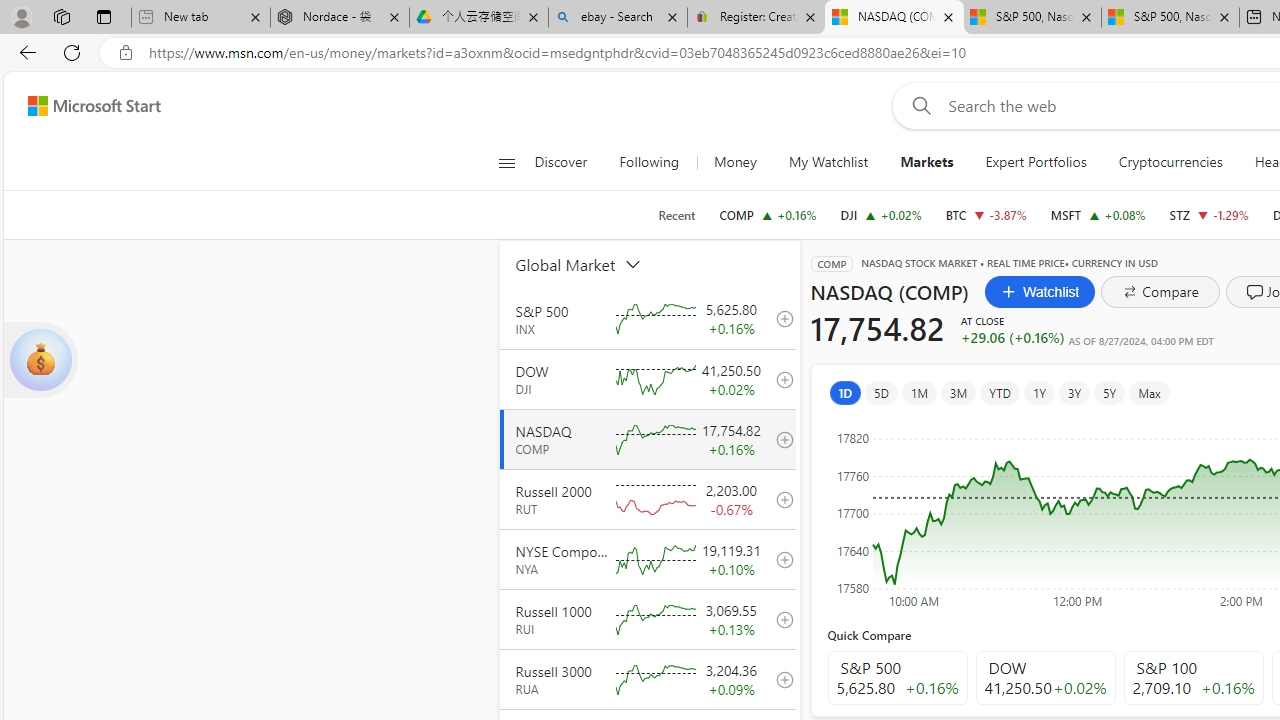  What do you see at coordinates (1170, 17) in the screenshot?
I see `'S&P 500, Nasdaq end lower, weighed by Nvidia dip | Watch'` at bounding box center [1170, 17].